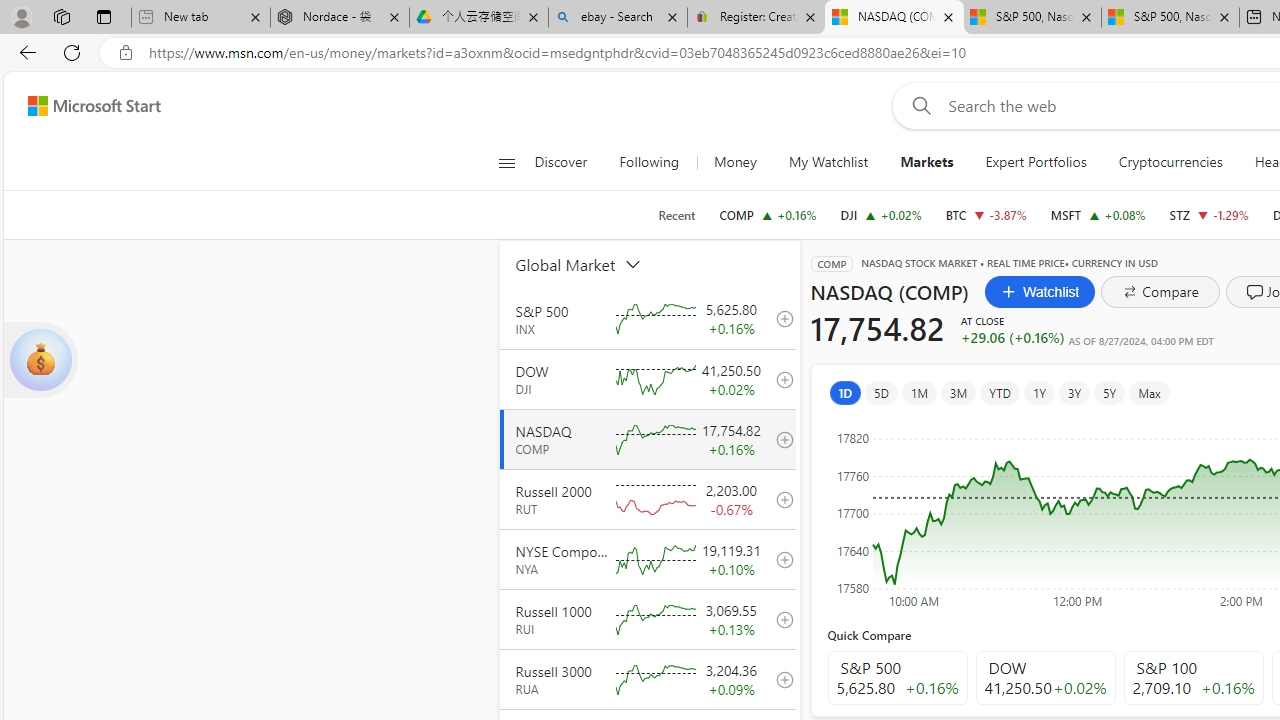  What do you see at coordinates (1170, 17) in the screenshot?
I see `'S&P 500, Nasdaq end lower, weighed by Nvidia dip | Watch'` at bounding box center [1170, 17].